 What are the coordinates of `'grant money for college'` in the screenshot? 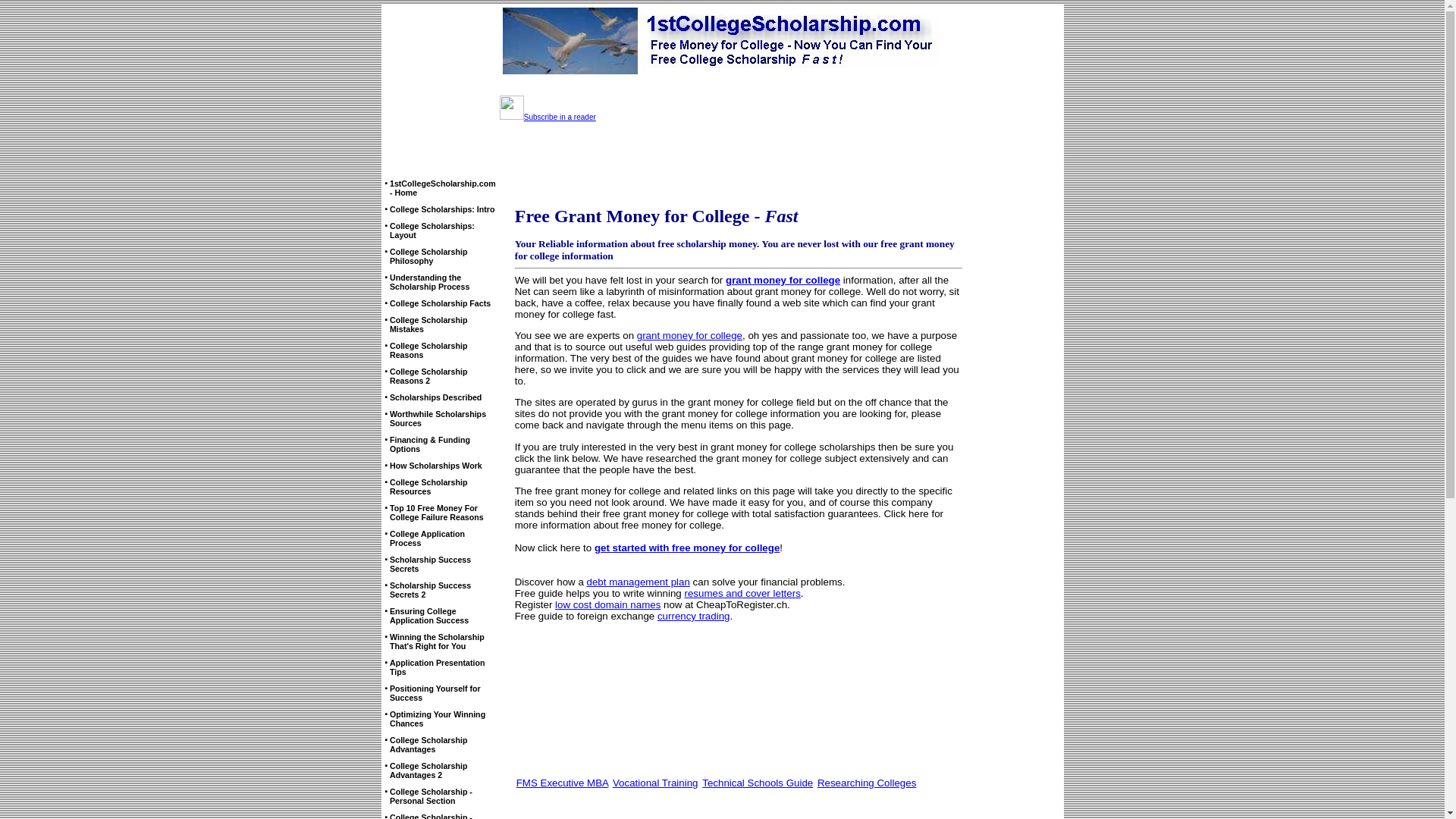 It's located at (689, 334).